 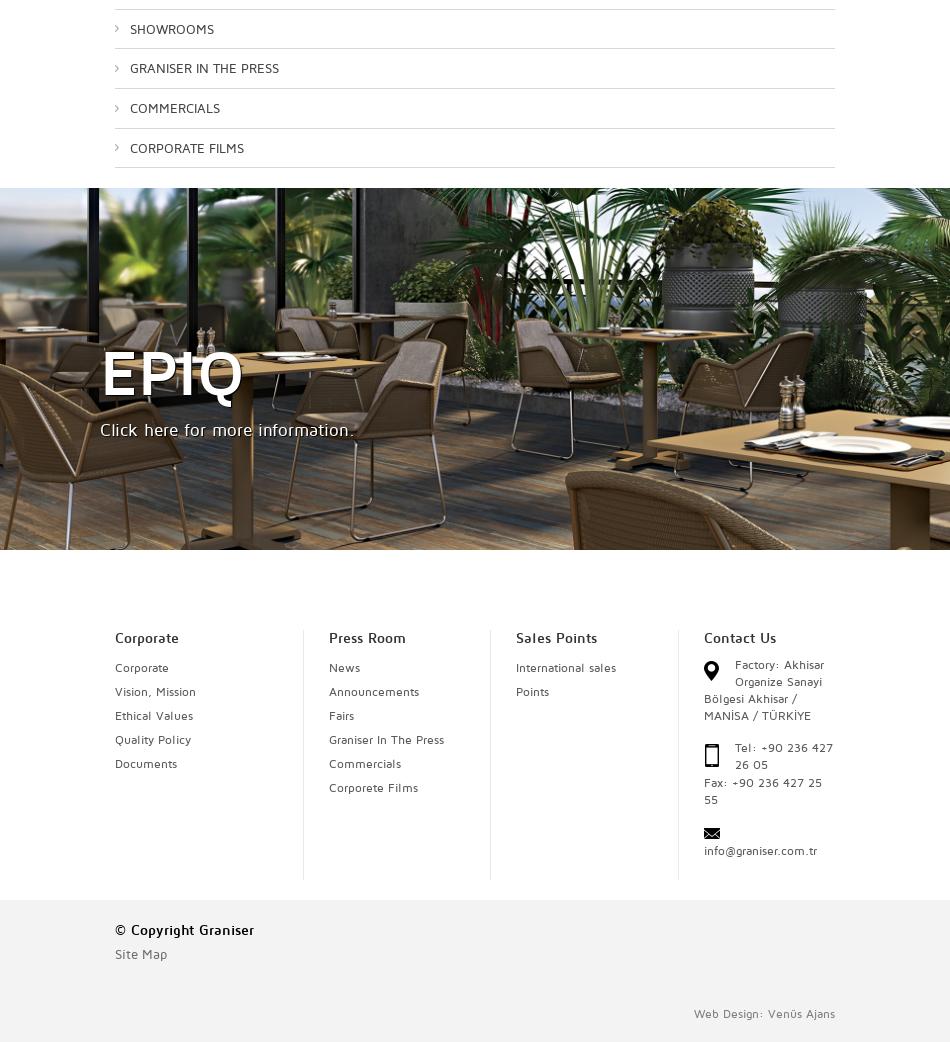 What do you see at coordinates (227, 427) in the screenshot?
I see `'Click here for more information.'` at bounding box center [227, 427].